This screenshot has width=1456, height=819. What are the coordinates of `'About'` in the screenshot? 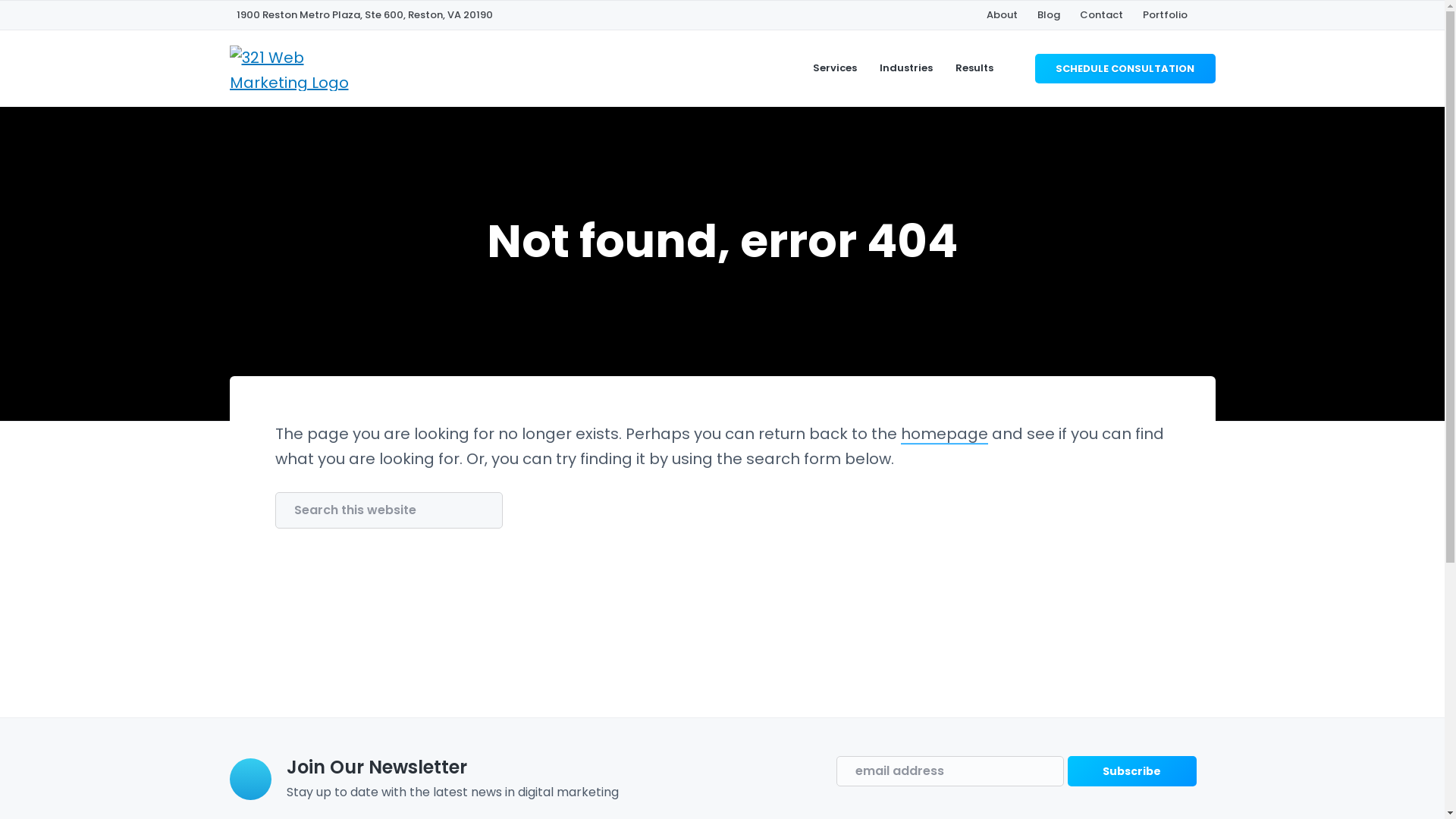 It's located at (1001, 14).